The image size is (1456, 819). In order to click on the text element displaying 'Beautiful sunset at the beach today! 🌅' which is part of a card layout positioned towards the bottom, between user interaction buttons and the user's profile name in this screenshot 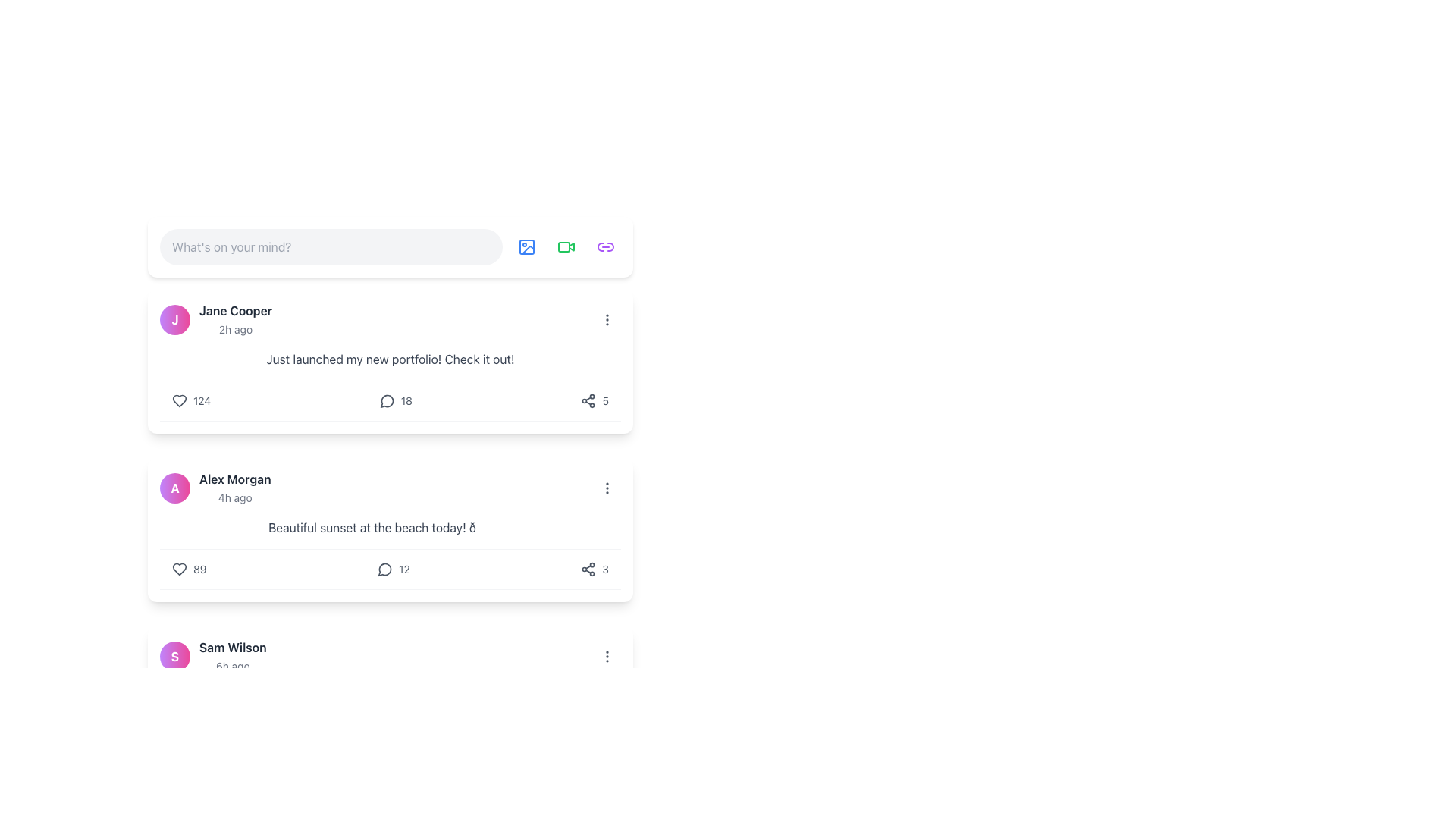, I will do `click(390, 526)`.